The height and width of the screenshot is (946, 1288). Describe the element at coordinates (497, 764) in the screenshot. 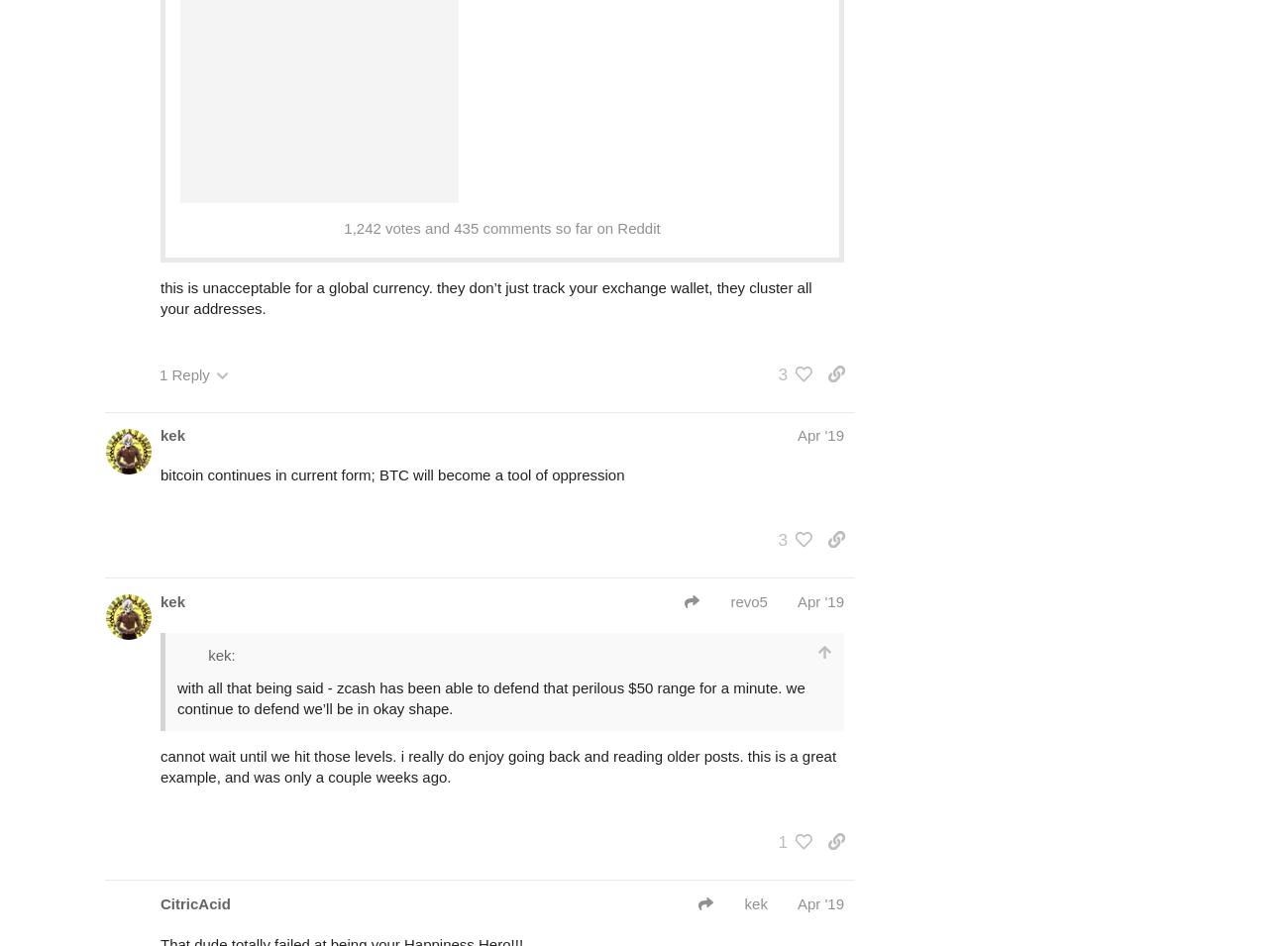

I see `'cannot wait until we hit those levels. i really do enjoy going back and reading older posts. this is a great example, and was only a couple weeks ago.'` at that location.